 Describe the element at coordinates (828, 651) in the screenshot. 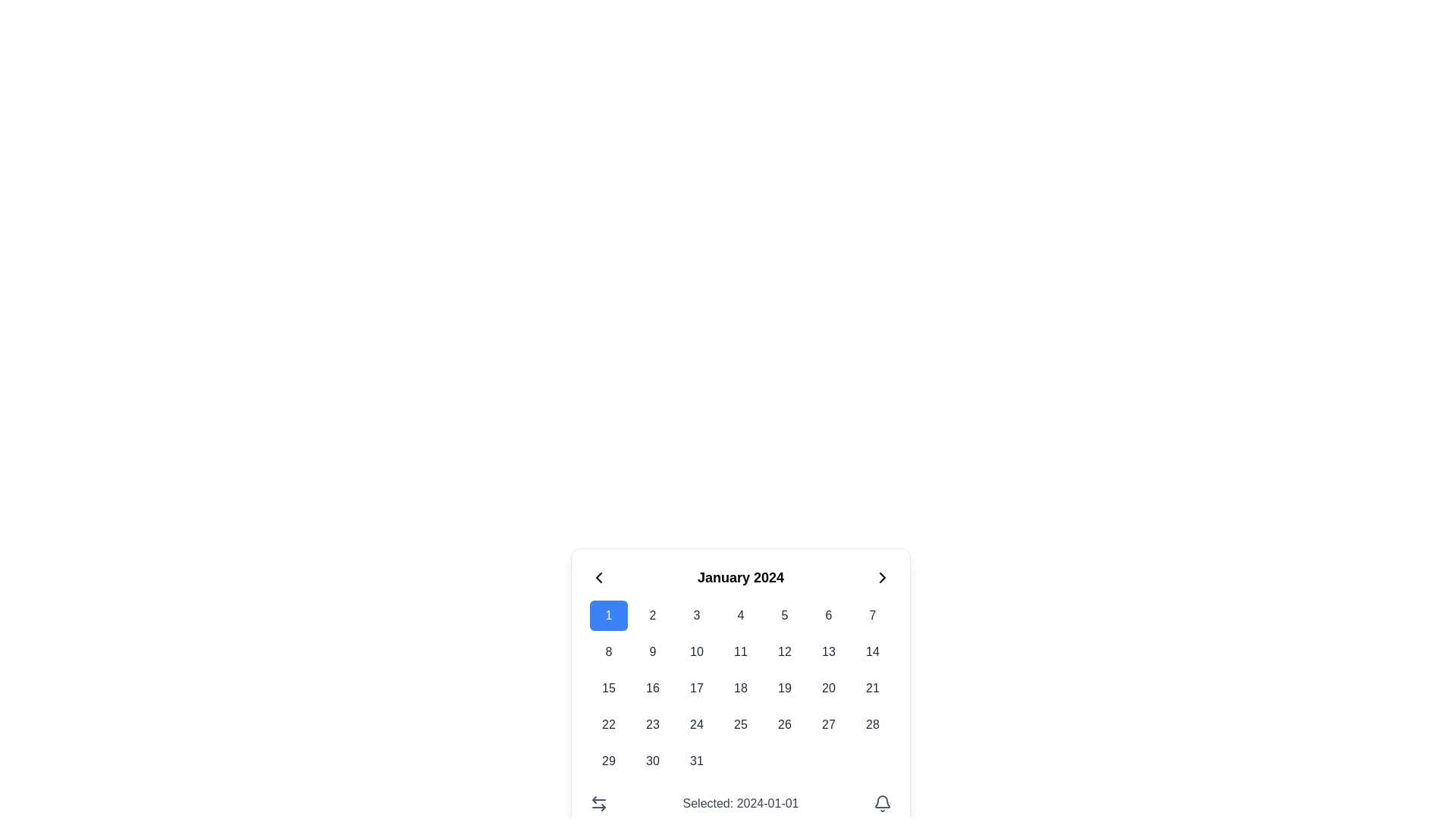

I see `the button labeled '13'` at that location.